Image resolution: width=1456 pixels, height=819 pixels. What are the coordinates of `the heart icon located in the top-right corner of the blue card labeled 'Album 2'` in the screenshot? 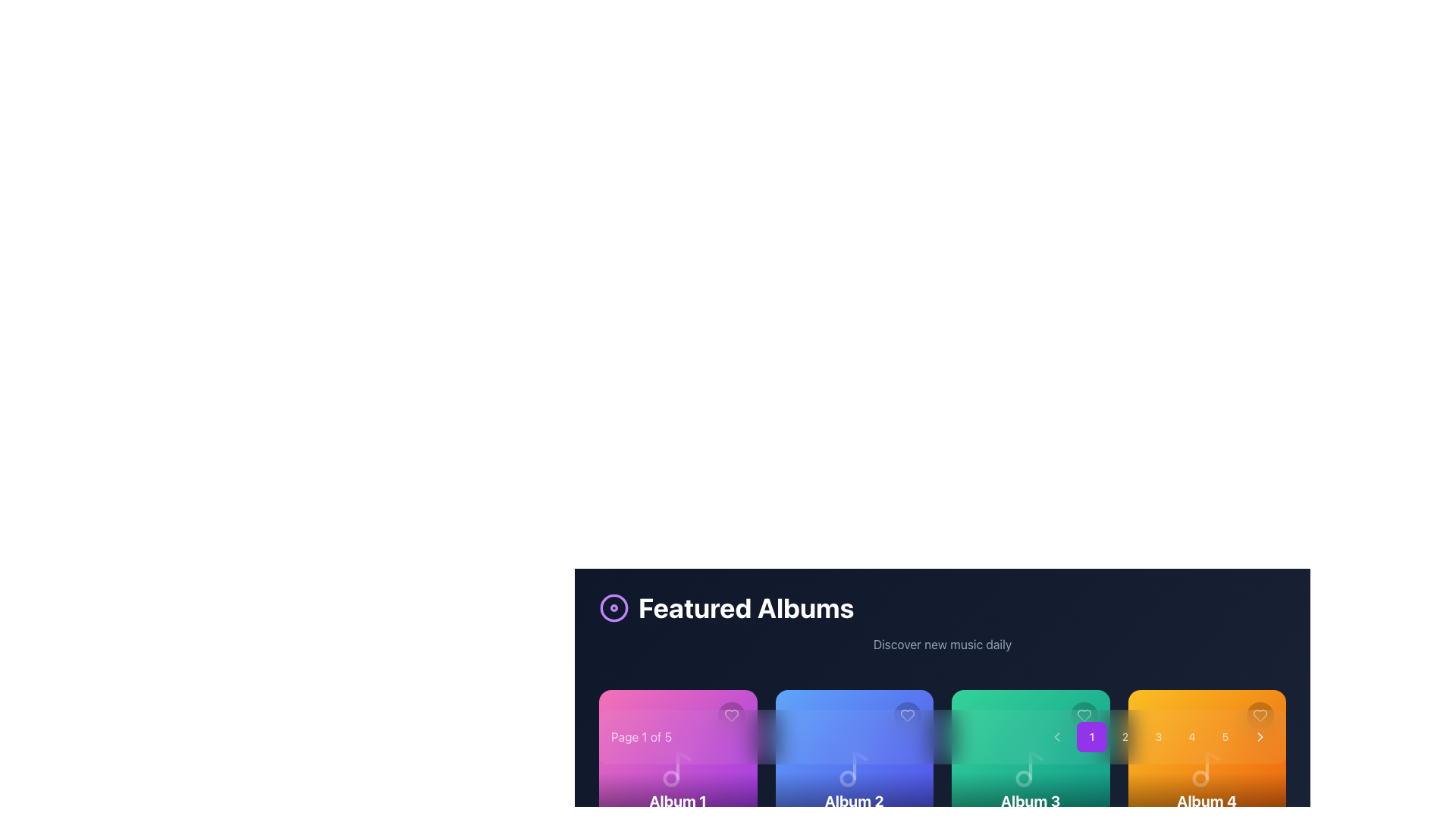 It's located at (907, 716).